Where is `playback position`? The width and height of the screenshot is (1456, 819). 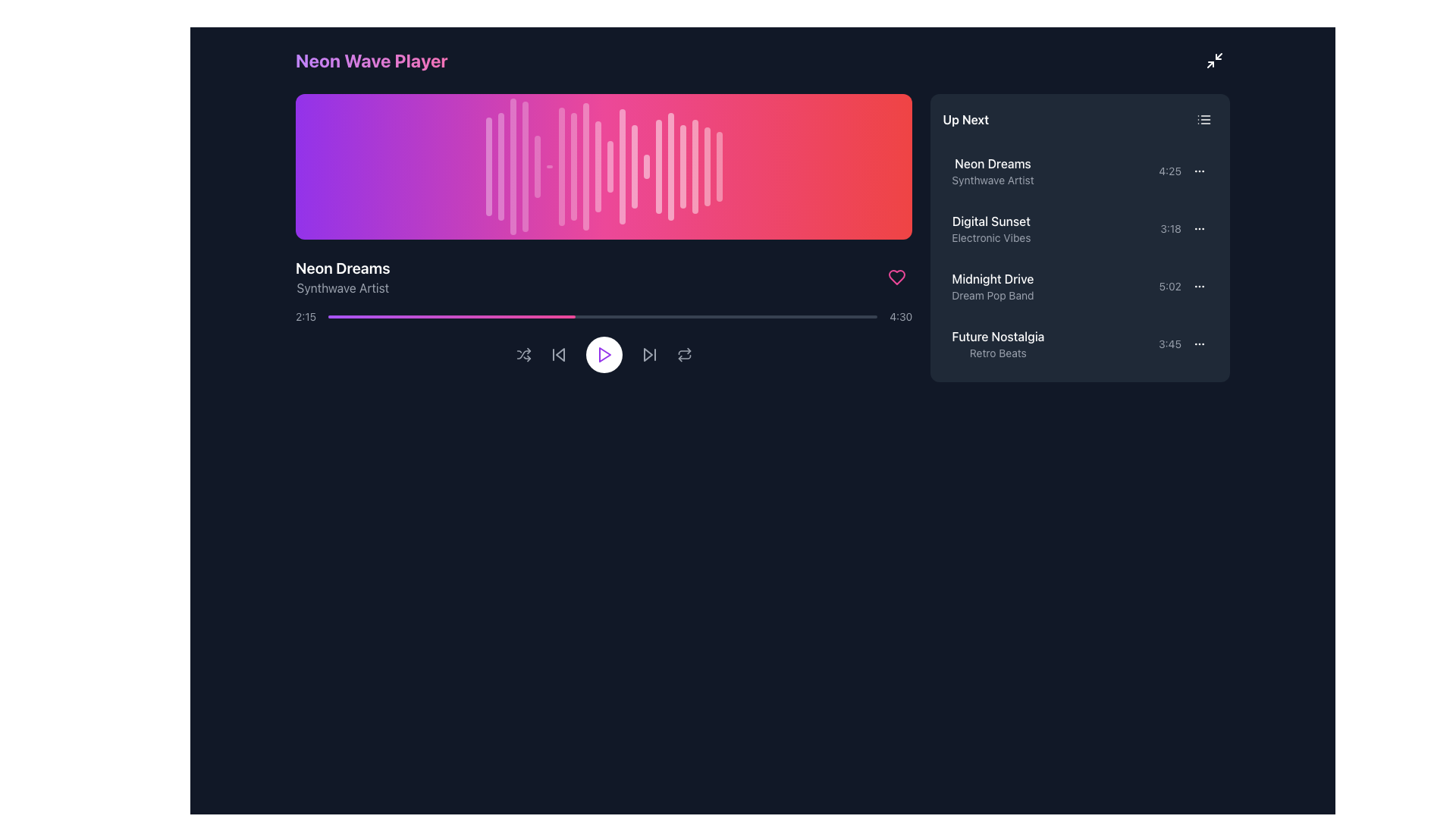
playback position is located at coordinates (585, 315).